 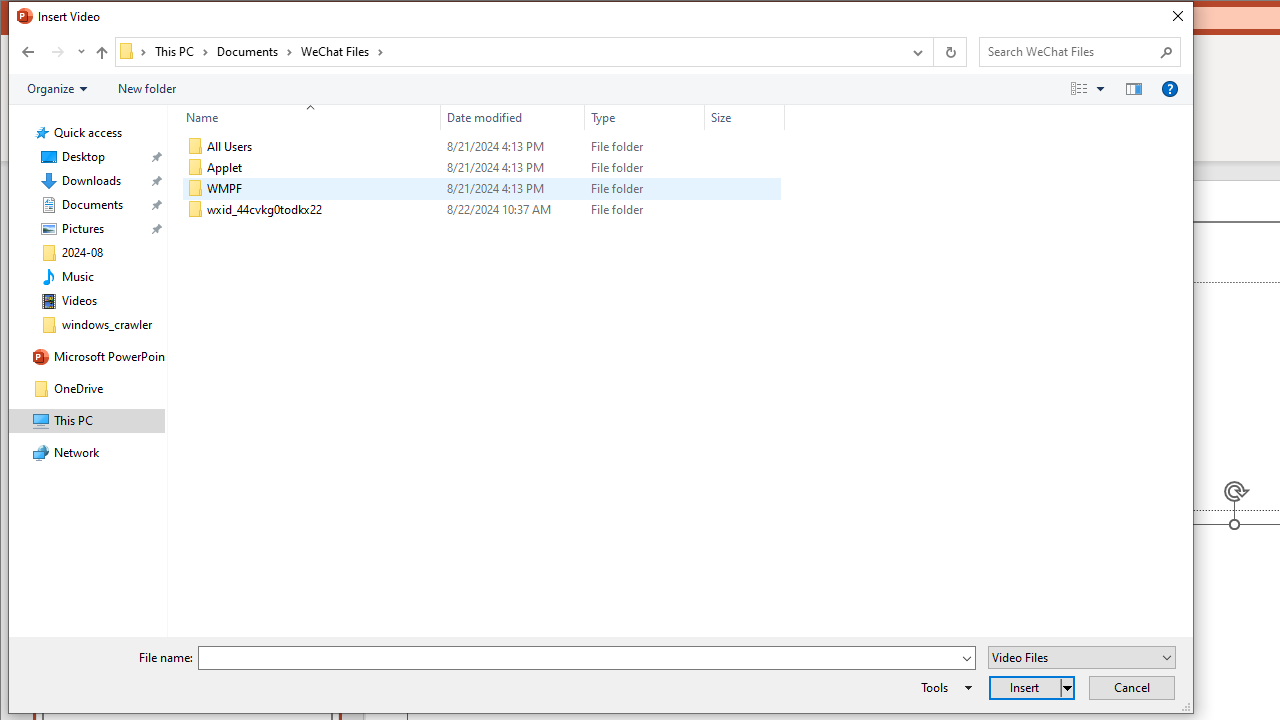 I want to click on 'Address: C:\Users\wangyian\Documents\WeChat Files', so click(x=508, y=50).